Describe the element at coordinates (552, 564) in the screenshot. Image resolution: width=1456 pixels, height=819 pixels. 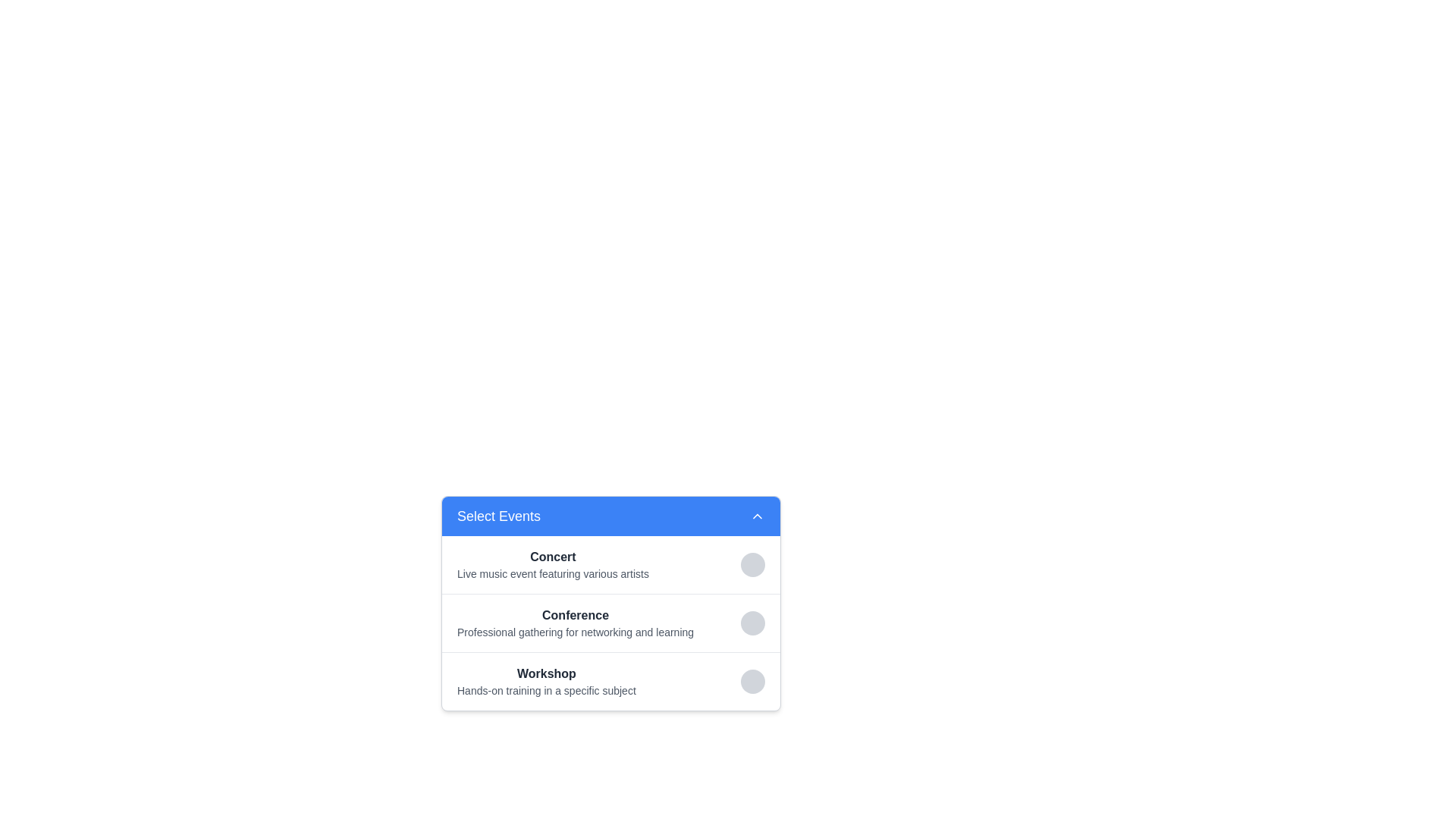
I see `the text label 'Concert' in the first list entry of the dropdown menu titled 'Select Events', which features bold dark gray text and a description of the event below` at that location.